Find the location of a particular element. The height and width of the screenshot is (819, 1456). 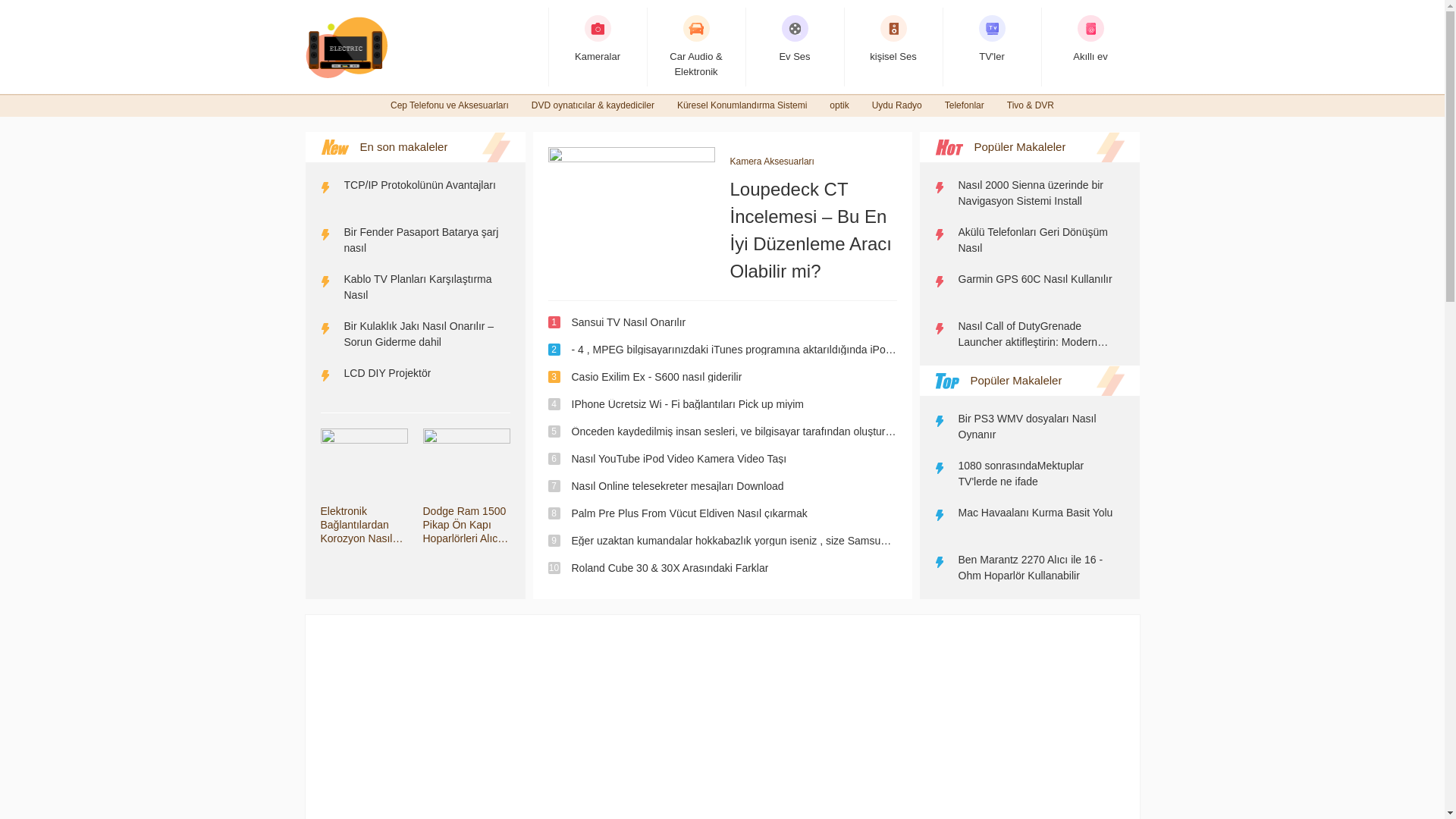

'Tivo & DVR' is located at coordinates (1030, 104).